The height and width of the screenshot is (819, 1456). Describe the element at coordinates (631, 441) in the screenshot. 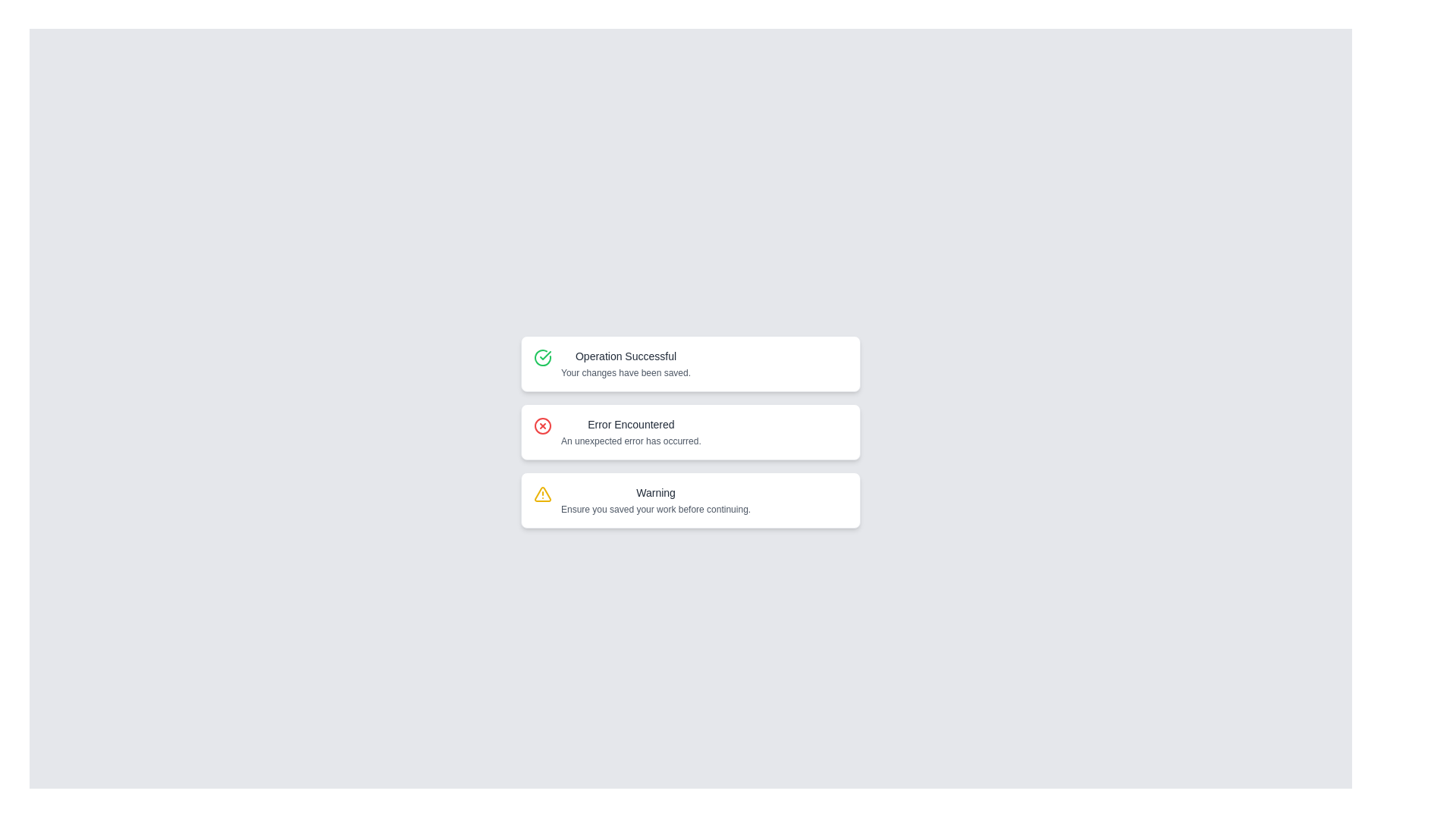

I see `error message text located in the second notification block labeled 'Error Encountered', which is centered horizontally below its title text` at that location.